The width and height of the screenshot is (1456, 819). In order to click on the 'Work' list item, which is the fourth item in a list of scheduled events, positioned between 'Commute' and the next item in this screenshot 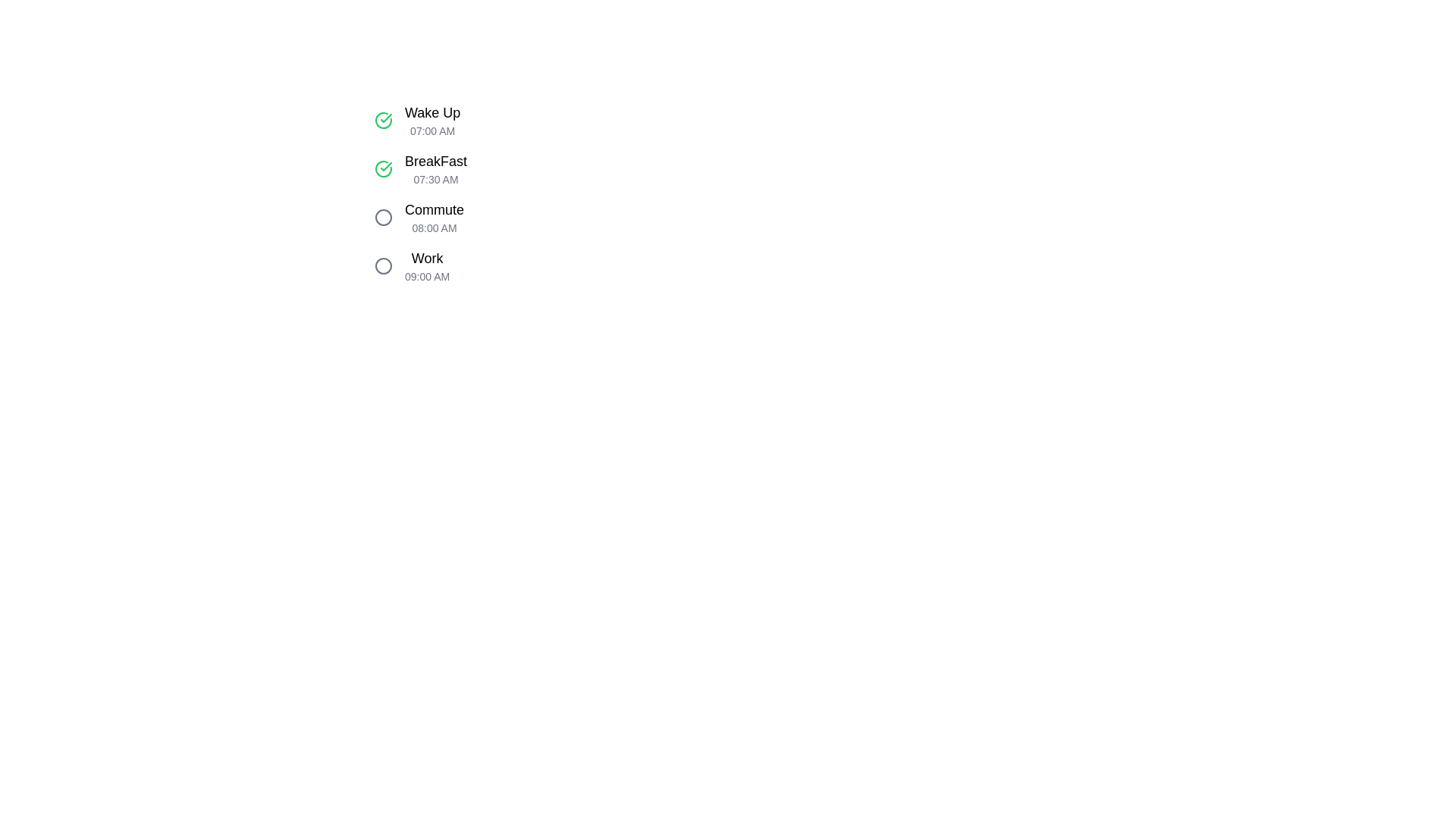, I will do `click(520, 265)`.